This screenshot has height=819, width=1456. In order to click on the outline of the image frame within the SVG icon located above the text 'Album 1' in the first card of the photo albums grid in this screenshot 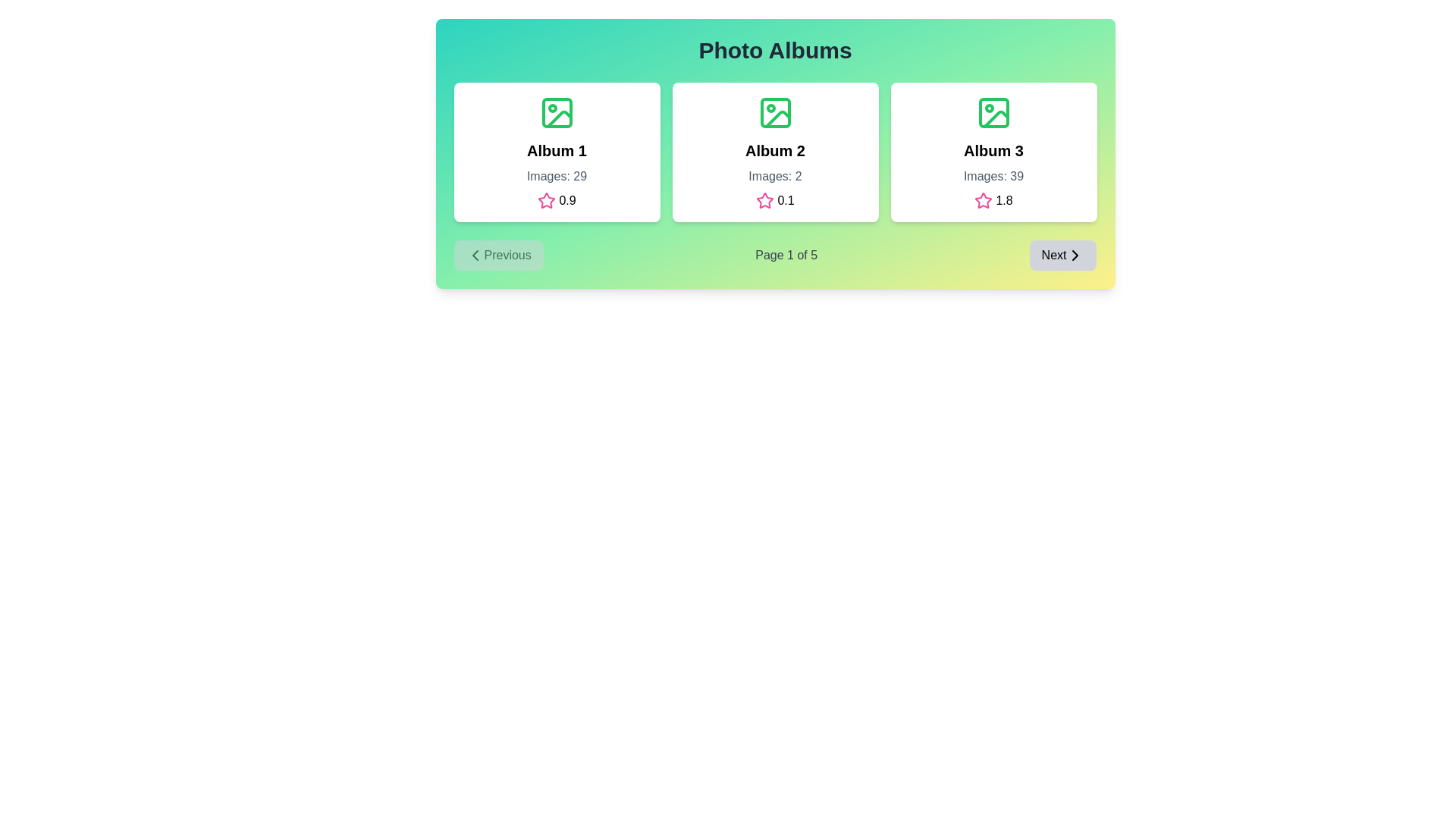, I will do `click(556, 112)`.